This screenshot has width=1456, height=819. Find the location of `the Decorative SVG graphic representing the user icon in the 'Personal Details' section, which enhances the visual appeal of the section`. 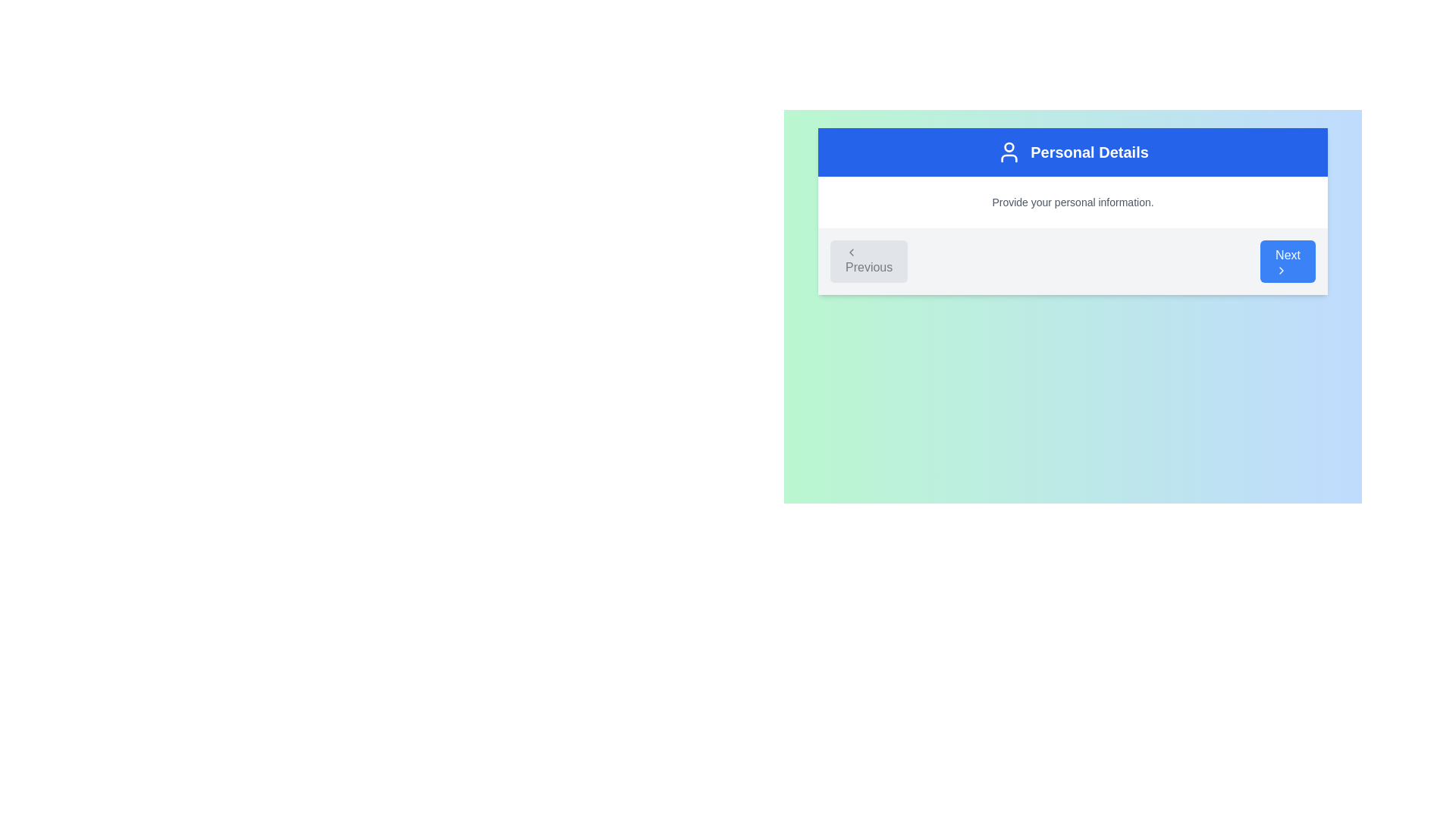

the Decorative SVG graphic representing the user icon in the 'Personal Details' section, which enhances the visual appeal of the section is located at coordinates (1009, 147).